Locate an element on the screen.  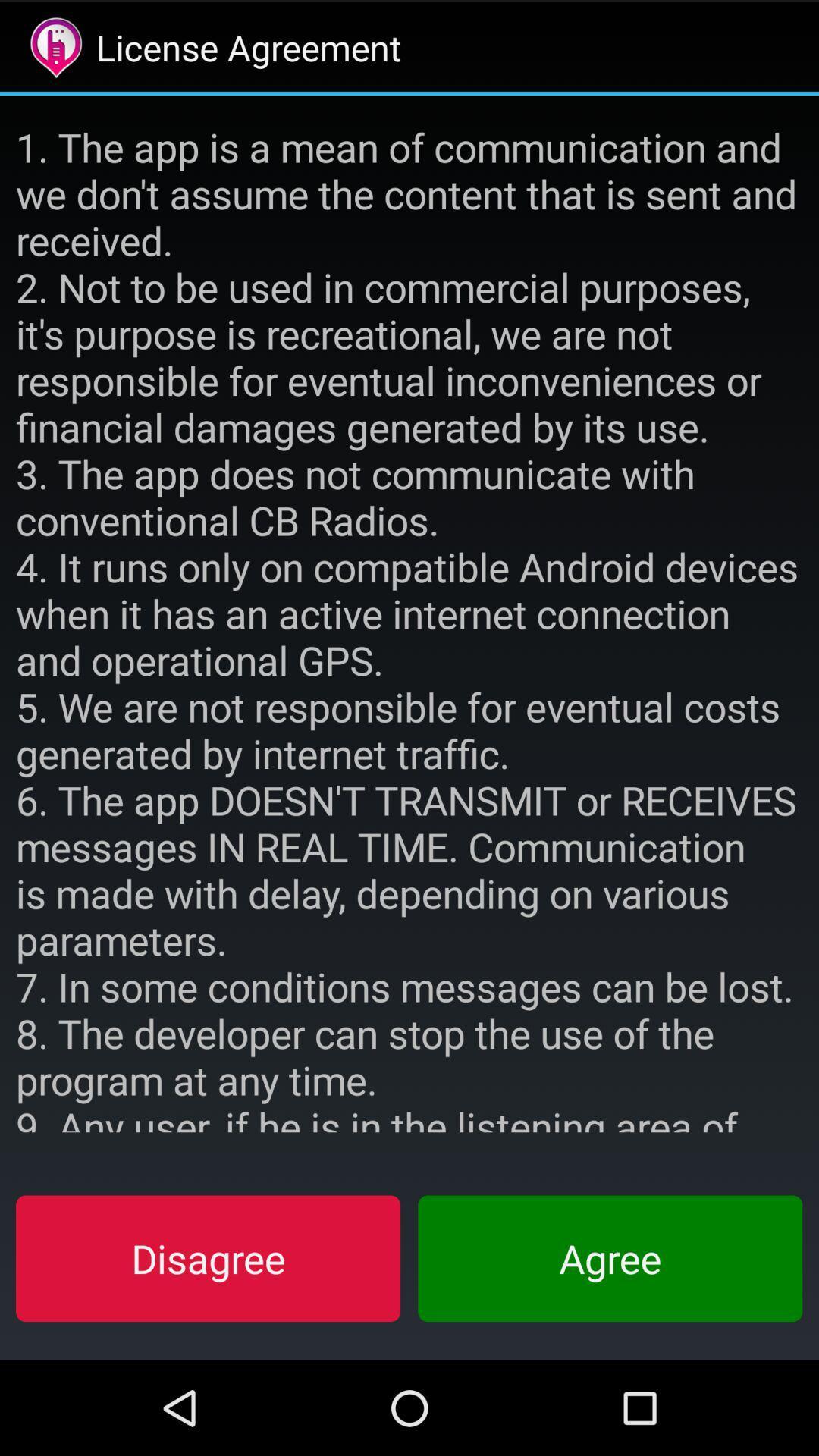
the disagree item is located at coordinates (208, 1258).